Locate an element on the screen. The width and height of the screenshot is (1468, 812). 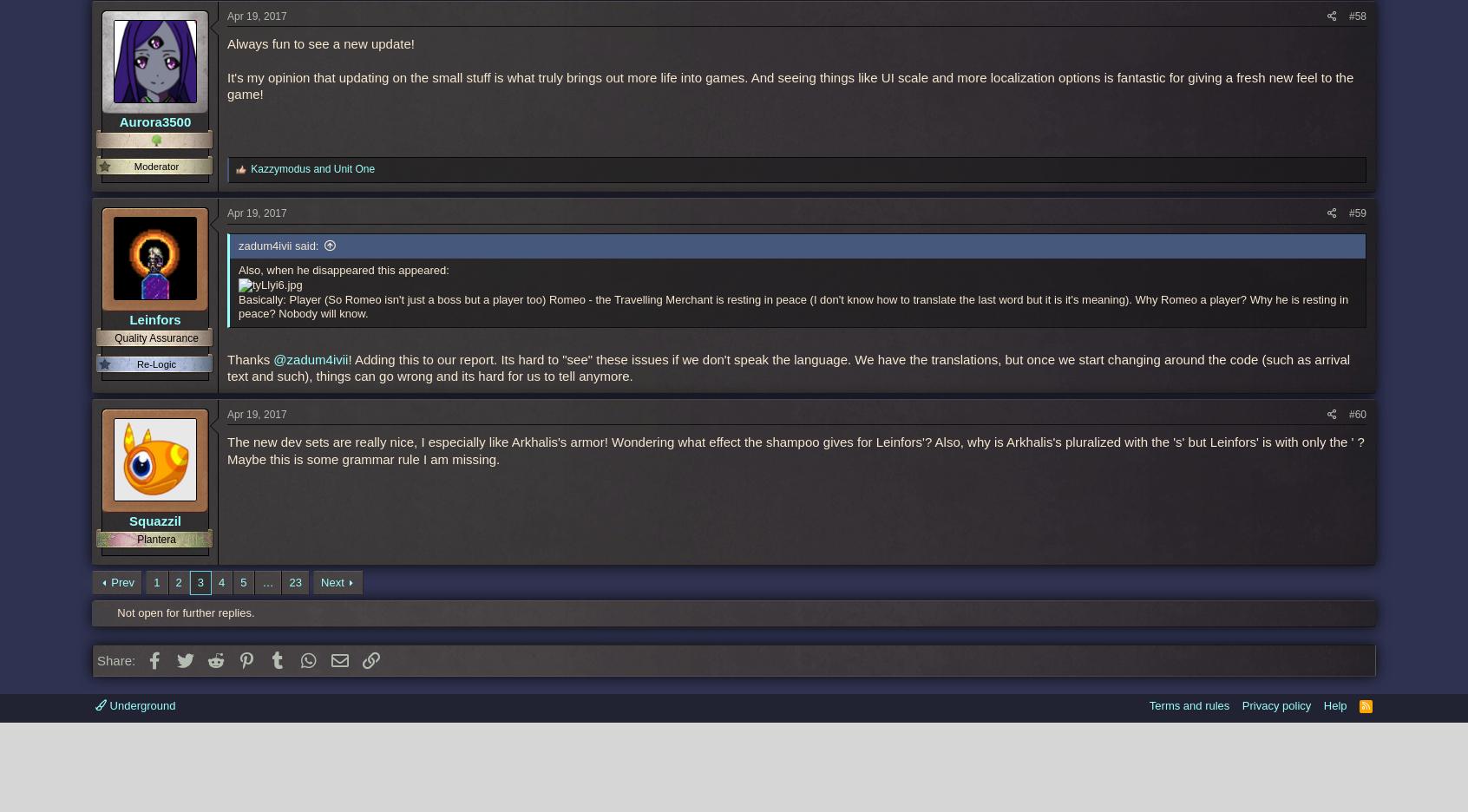
'Moderator' is located at coordinates (155, 165).